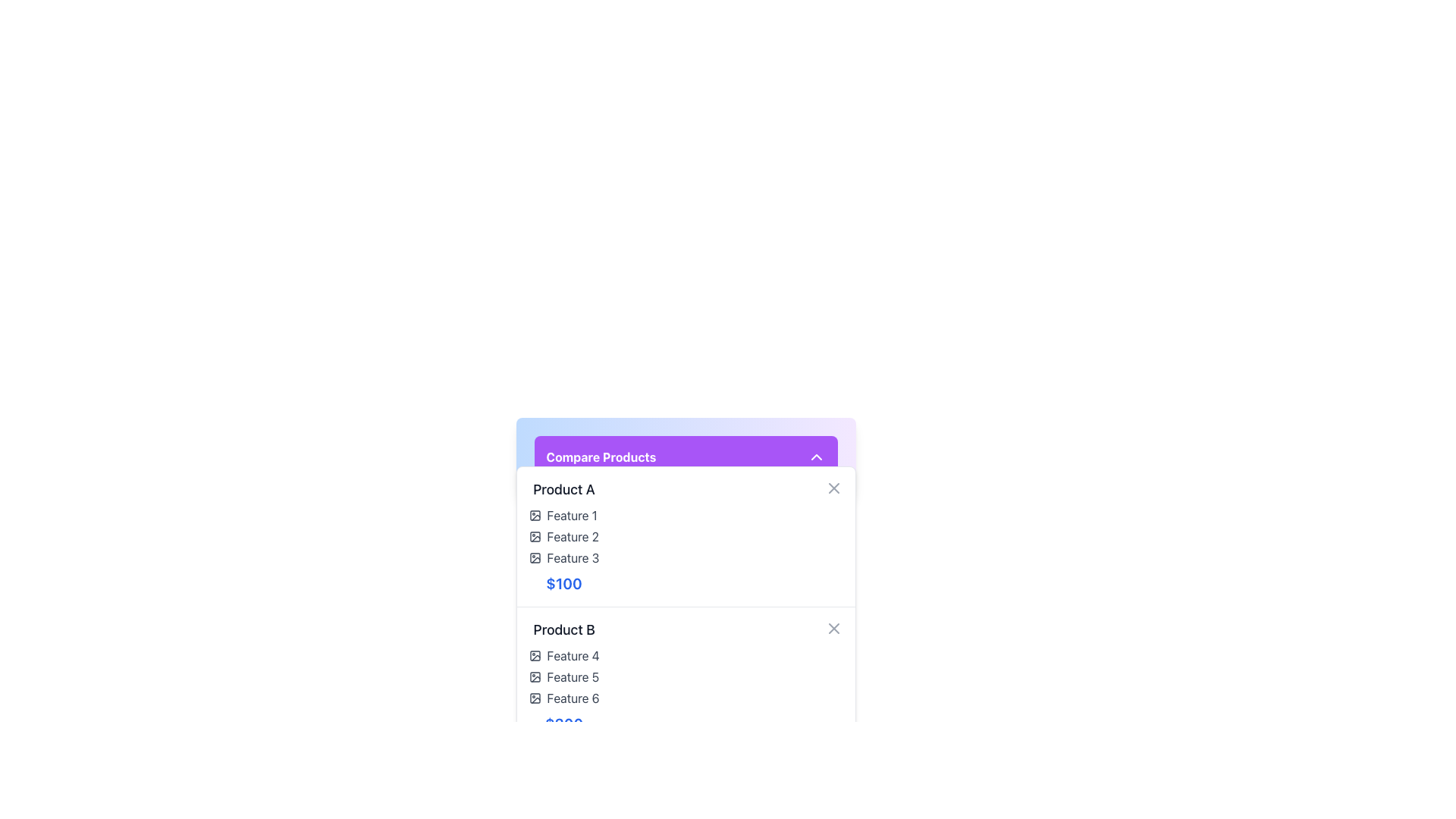 The image size is (1456, 819). What do you see at coordinates (833, 488) in the screenshot?
I see `the cross icon representing the delete button for 'Product A' in the comparison list` at bounding box center [833, 488].